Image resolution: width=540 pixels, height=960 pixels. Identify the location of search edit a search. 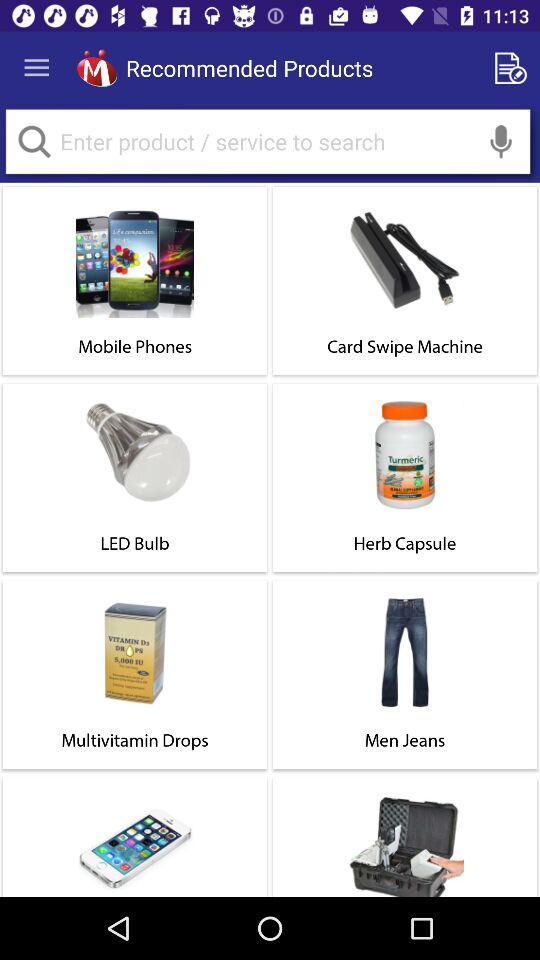
(514, 68).